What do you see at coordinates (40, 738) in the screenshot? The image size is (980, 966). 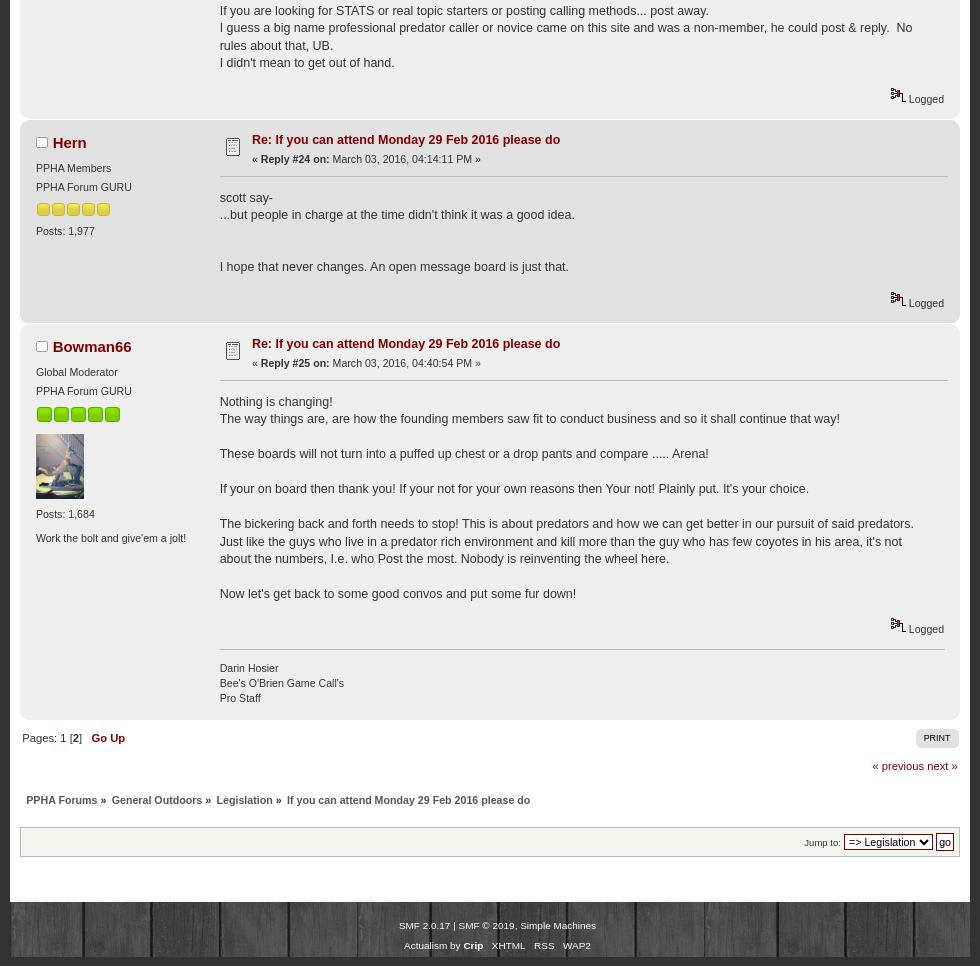 I see `'Pages:'` at bounding box center [40, 738].